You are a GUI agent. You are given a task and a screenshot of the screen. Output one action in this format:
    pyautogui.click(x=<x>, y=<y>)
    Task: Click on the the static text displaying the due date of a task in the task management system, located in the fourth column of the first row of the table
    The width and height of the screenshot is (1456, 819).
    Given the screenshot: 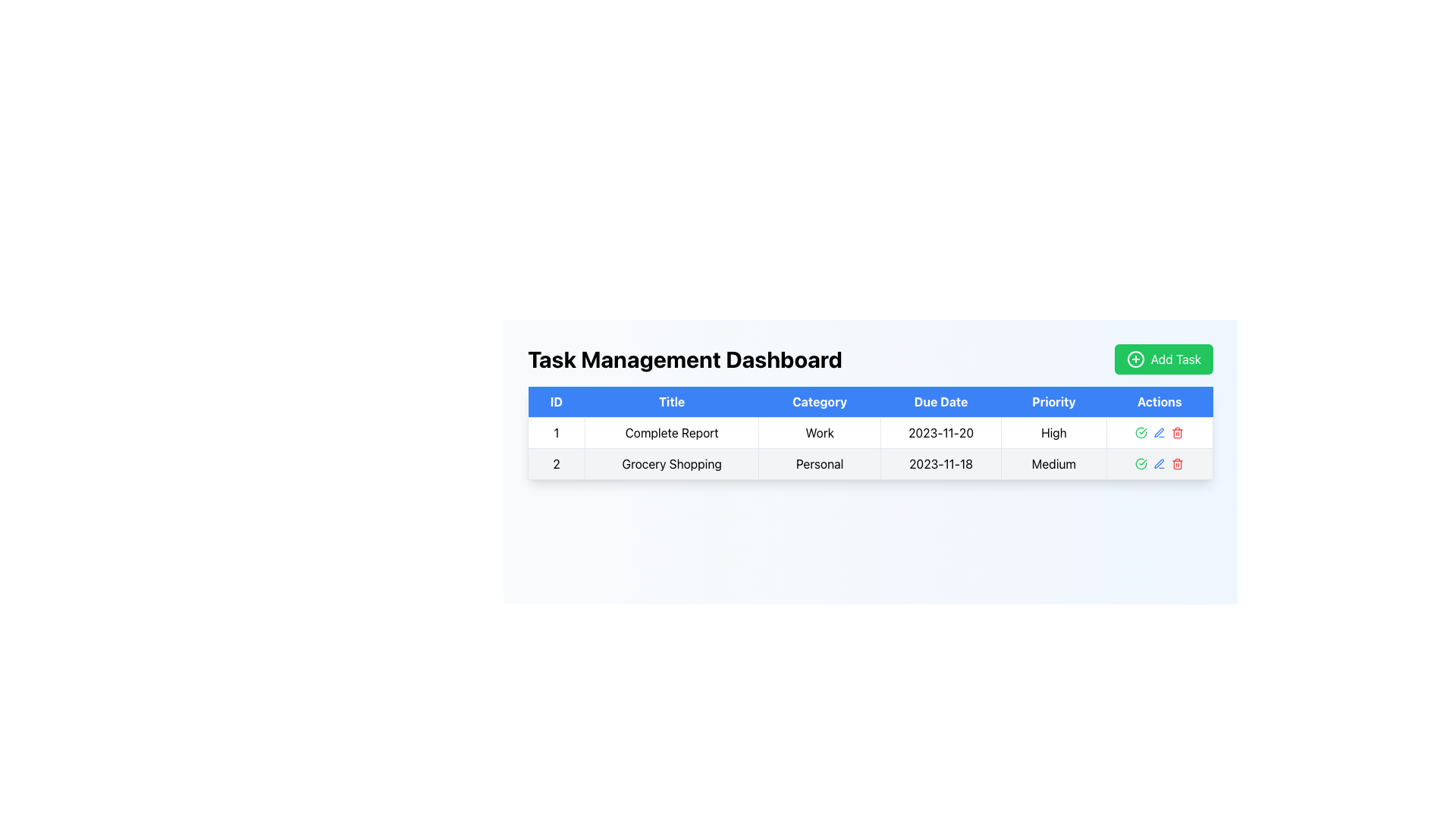 What is the action you would take?
    pyautogui.click(x=940, y=432)
    